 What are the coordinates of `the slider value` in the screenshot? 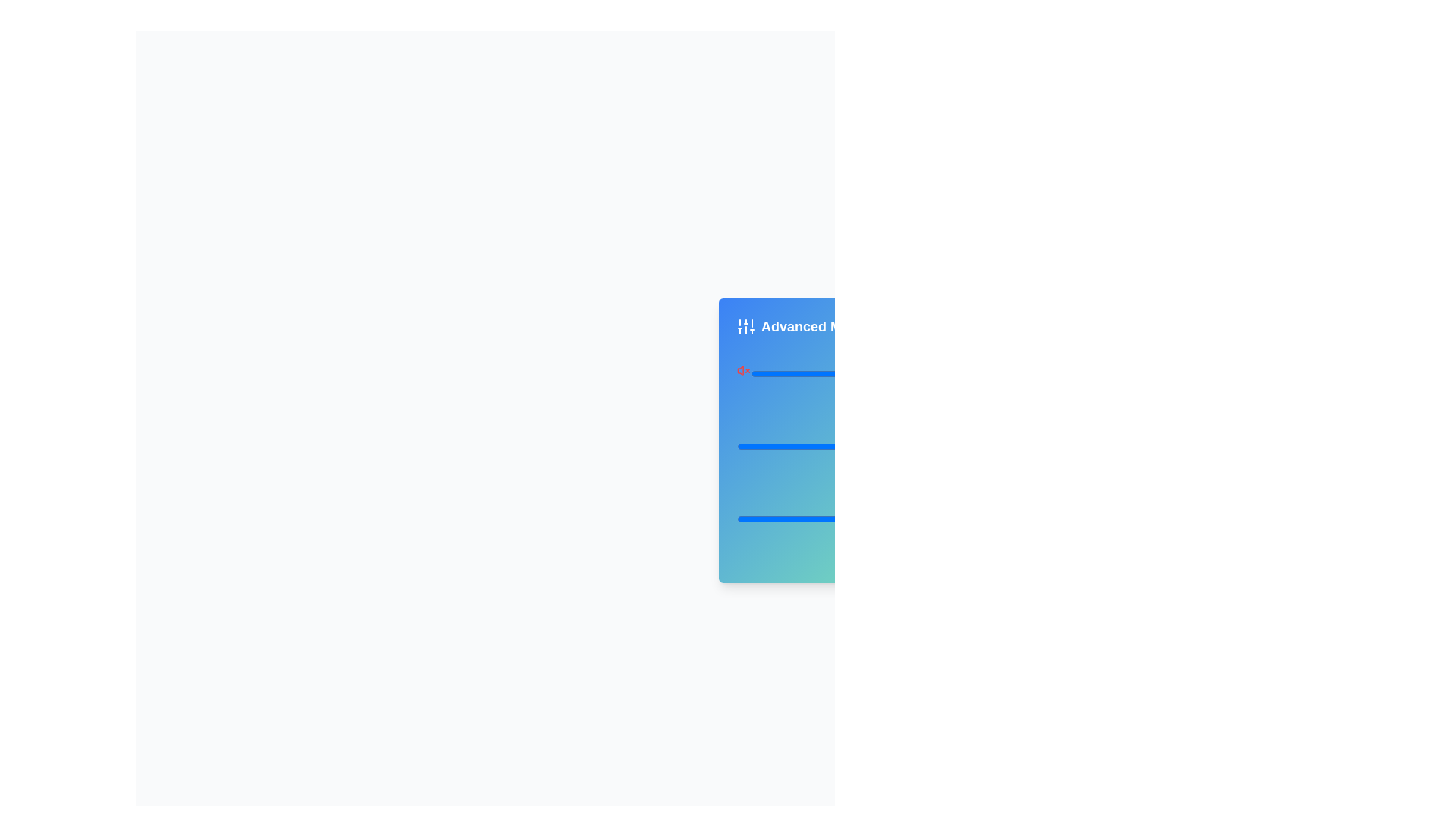 It's located at (788, 446).